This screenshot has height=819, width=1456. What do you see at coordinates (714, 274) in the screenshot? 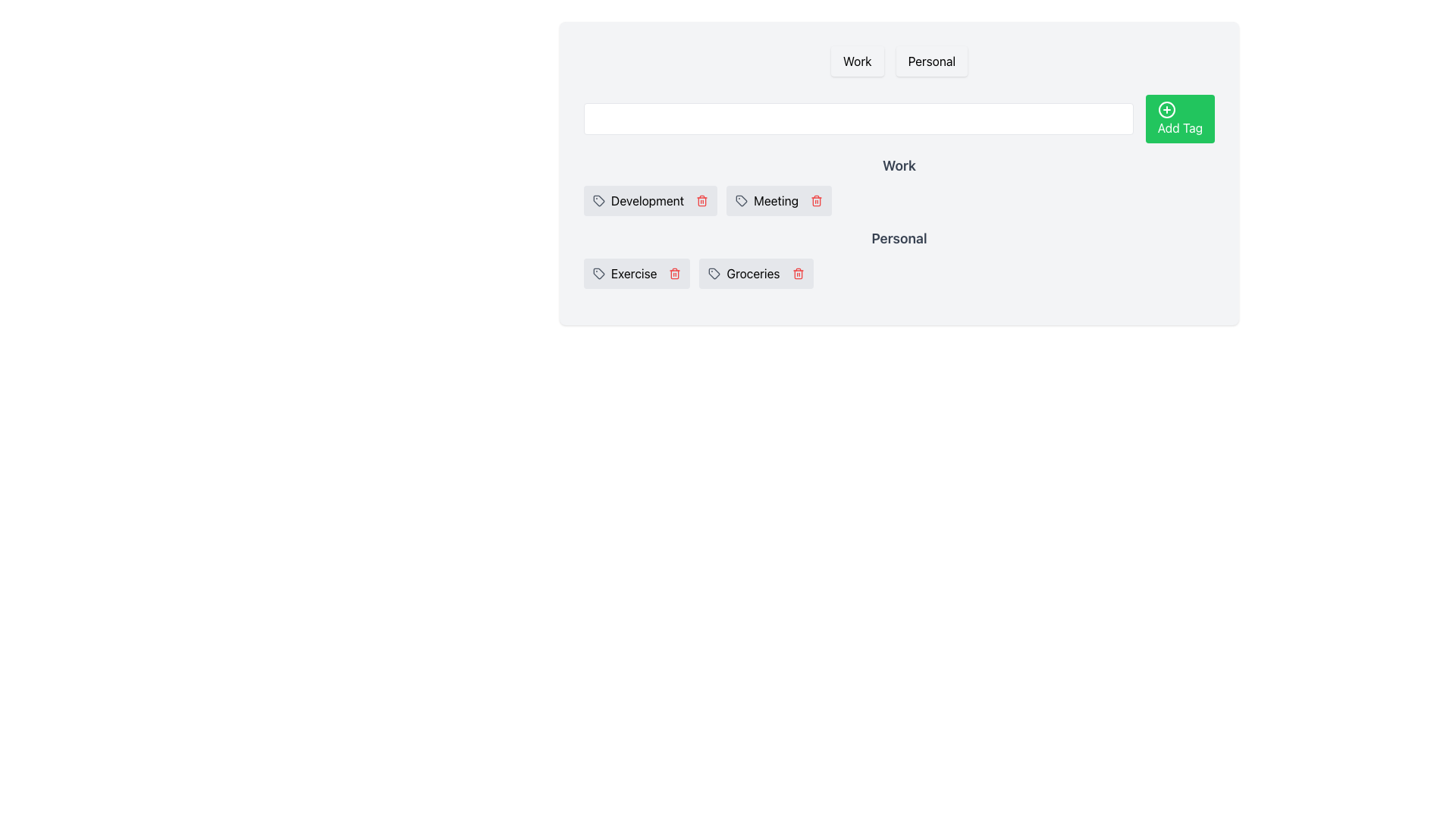
I see `the decorative icon resembling a tag, which is located to the left of the text 'Groceries' in the 'Personal' section` at bounding box center [714, 274].